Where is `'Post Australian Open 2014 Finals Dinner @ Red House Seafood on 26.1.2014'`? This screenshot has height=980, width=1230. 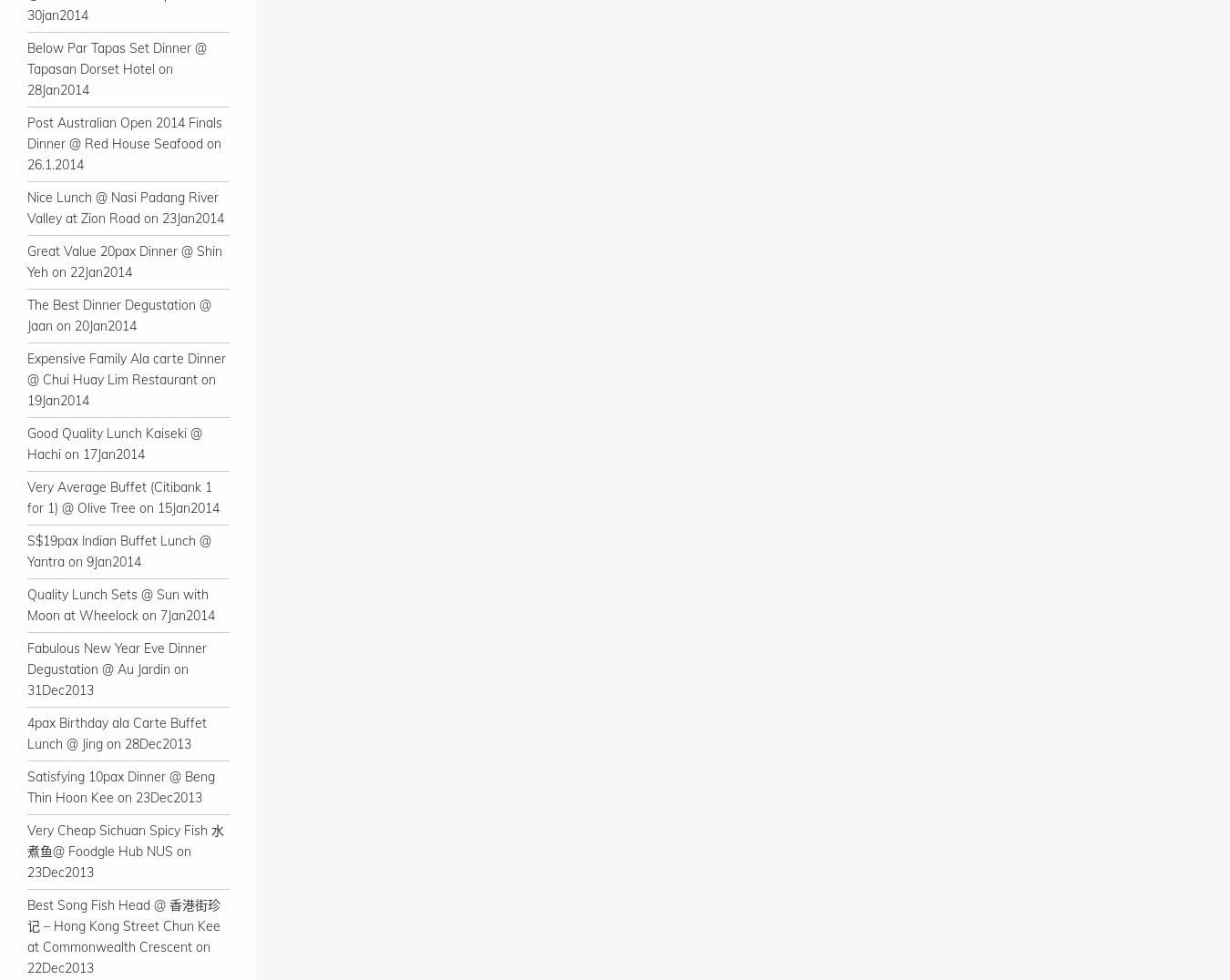 'Post Australian Open 2014 Finals Dinner @ Red House Seafood on 26.1.2014' is located at coordinates (125, 143).